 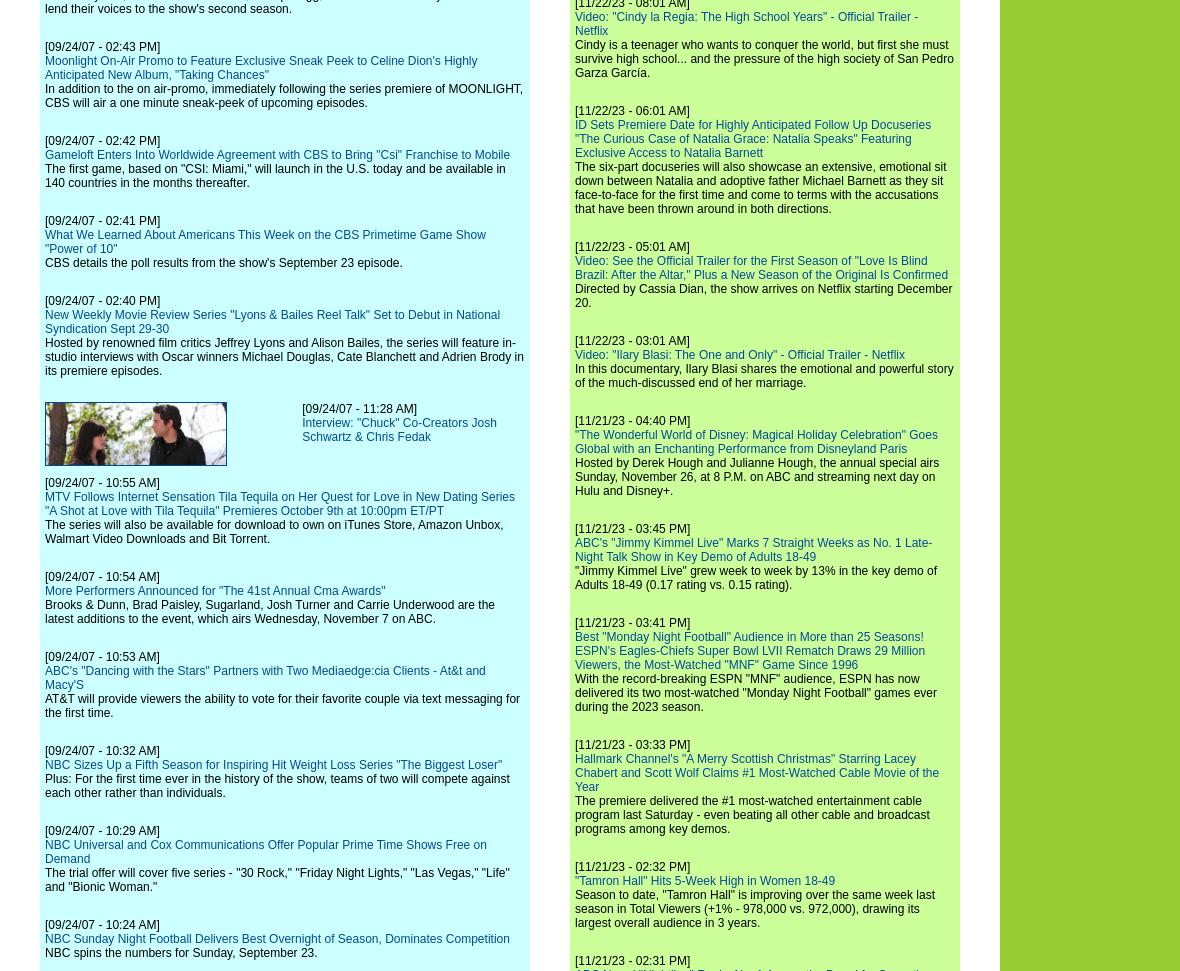 What do you see at coordinates (631, 341) in the screenshot?
I see `'[11/22/23 - 03:01 AM]'` at bounding box center [631, 341].